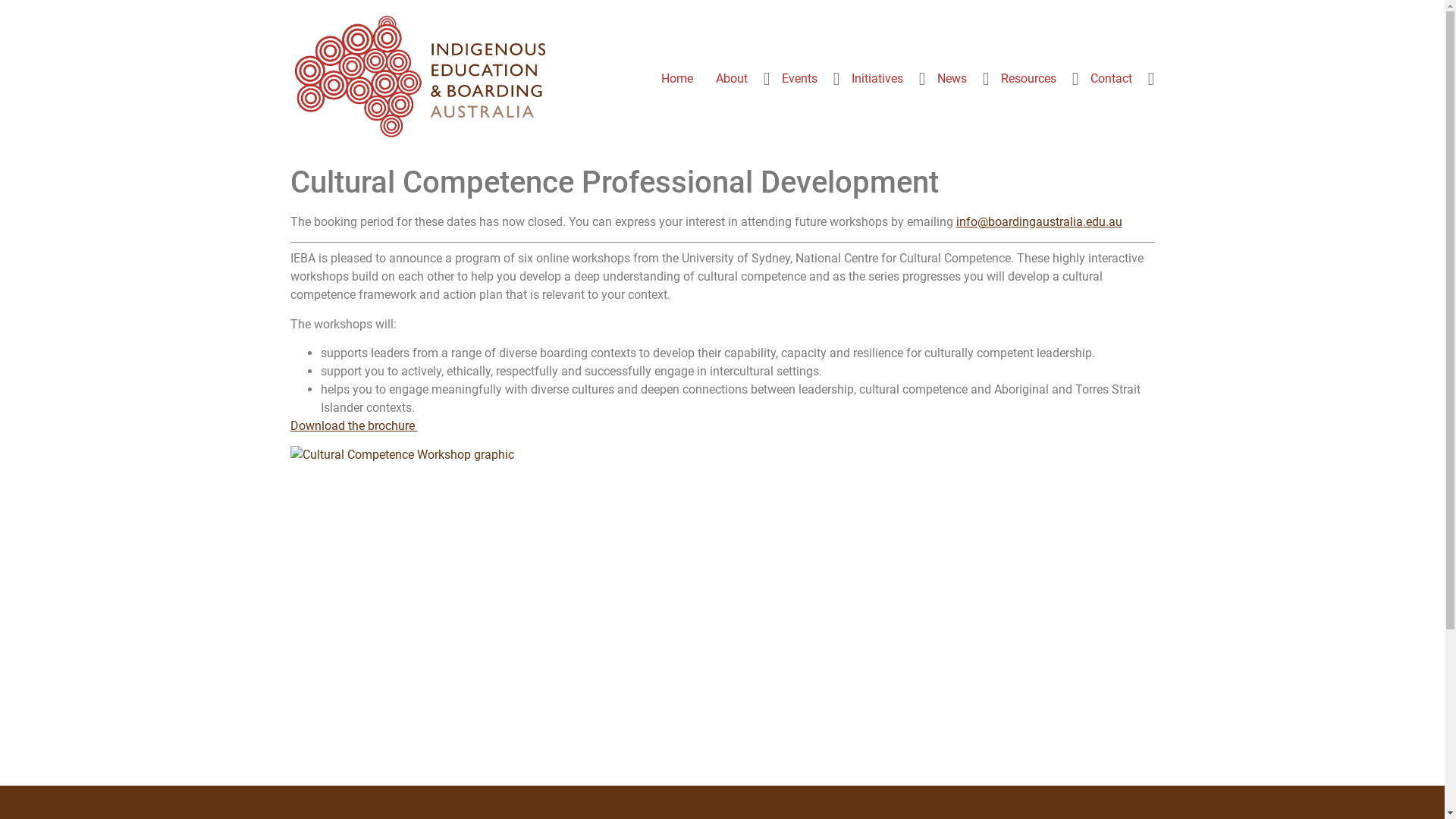  I want to click on 'Events', so click(799, 79).